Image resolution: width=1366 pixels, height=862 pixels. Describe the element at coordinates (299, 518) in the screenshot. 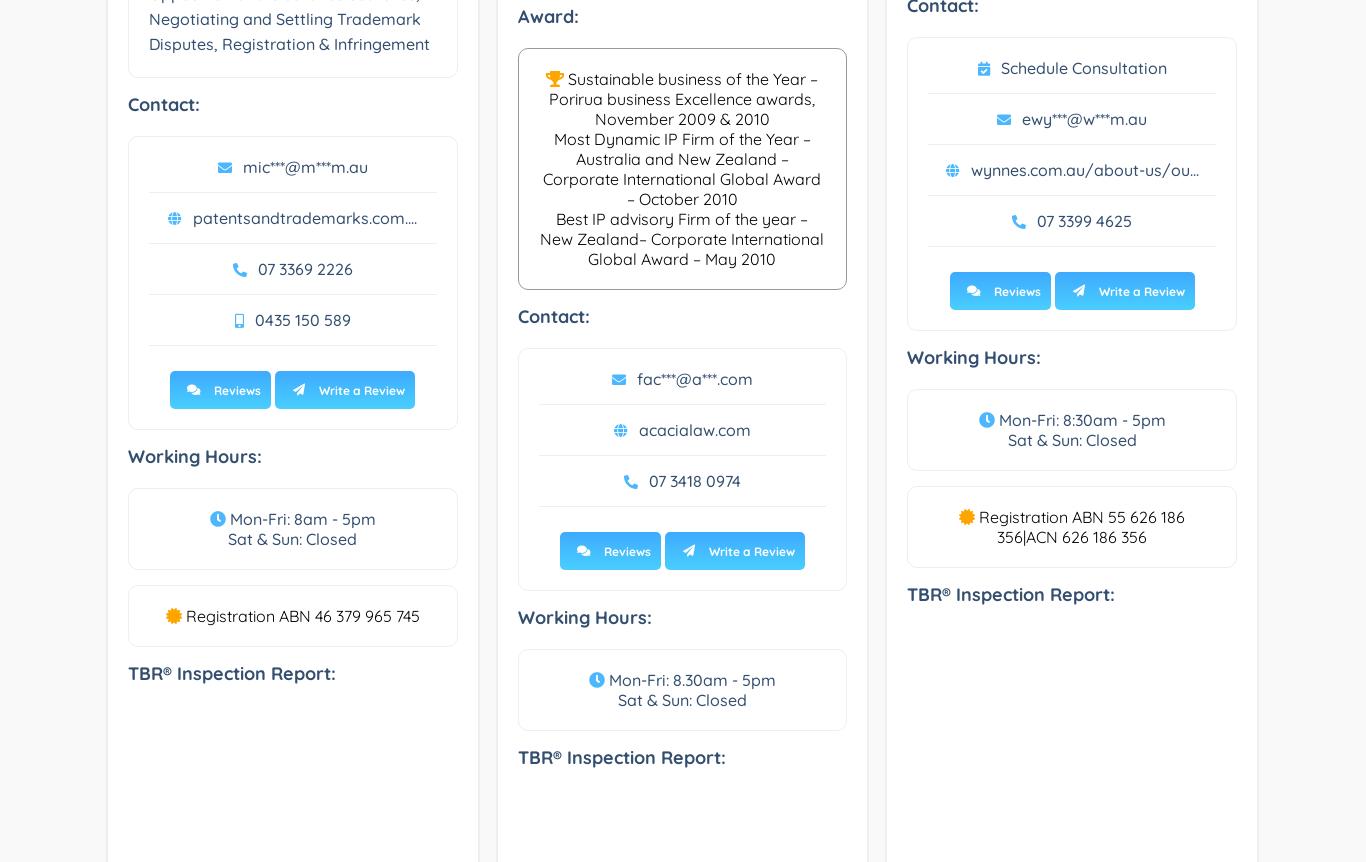

I see `'Mon-Fri: 8am - 5pm'` at that location.